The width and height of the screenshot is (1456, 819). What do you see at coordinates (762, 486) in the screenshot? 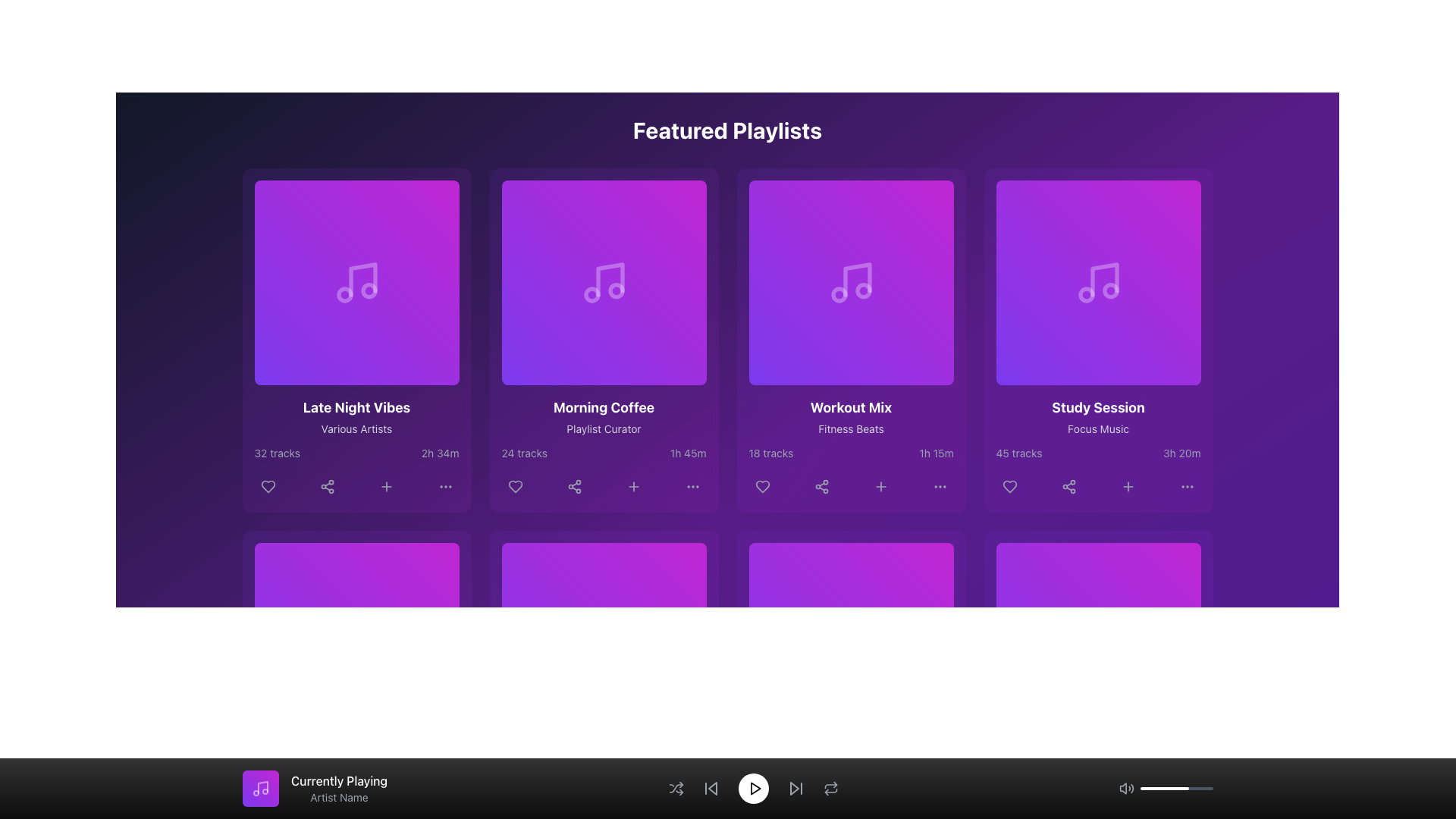
I see `the heart-shaped button icon beneath the 'Workout Mix' playlist` at bounding box center [762, 486].